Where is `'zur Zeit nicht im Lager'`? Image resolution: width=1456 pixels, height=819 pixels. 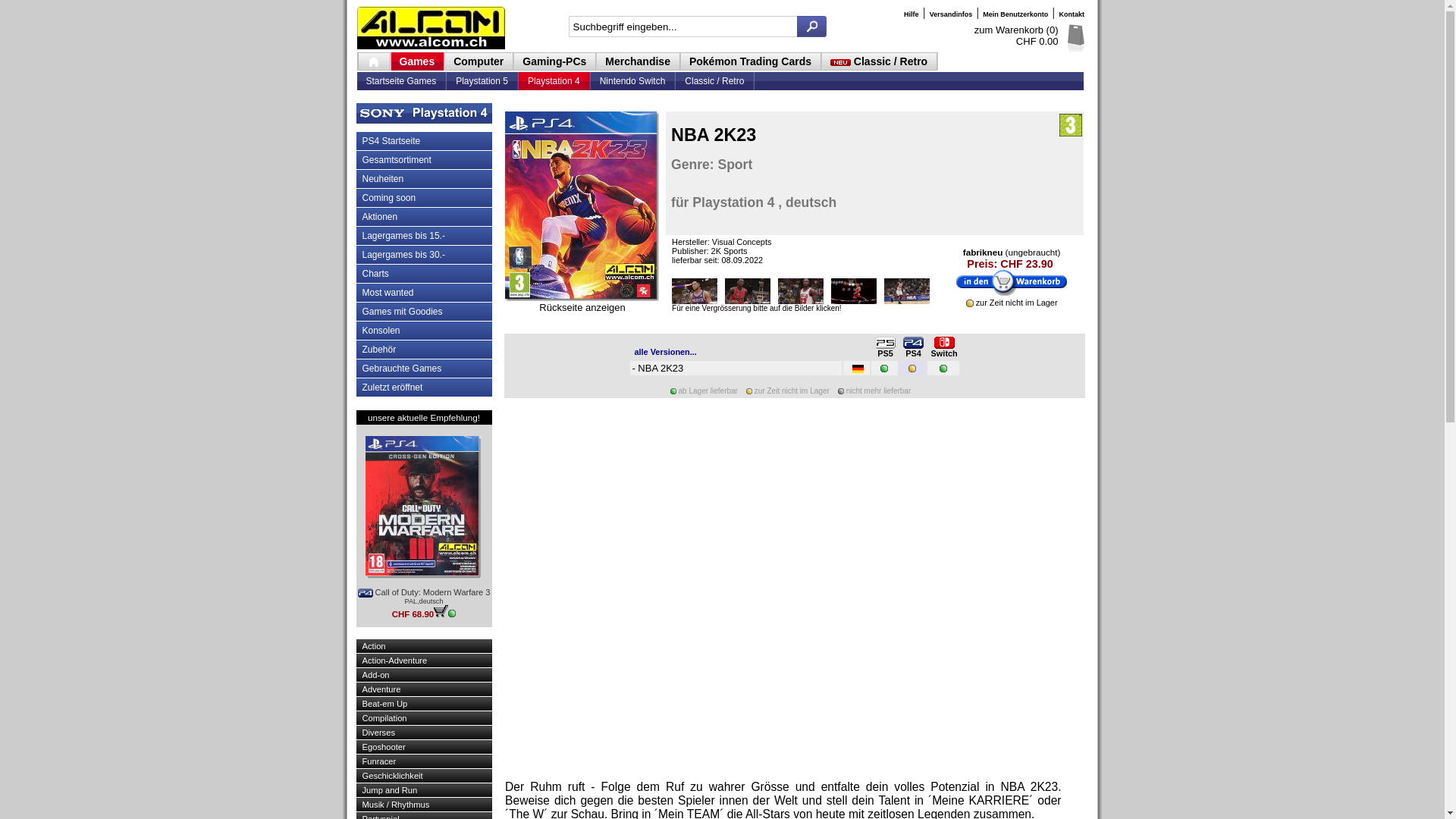 'zur Zeit nicht im Lager' is located at coordinates (968, 303).